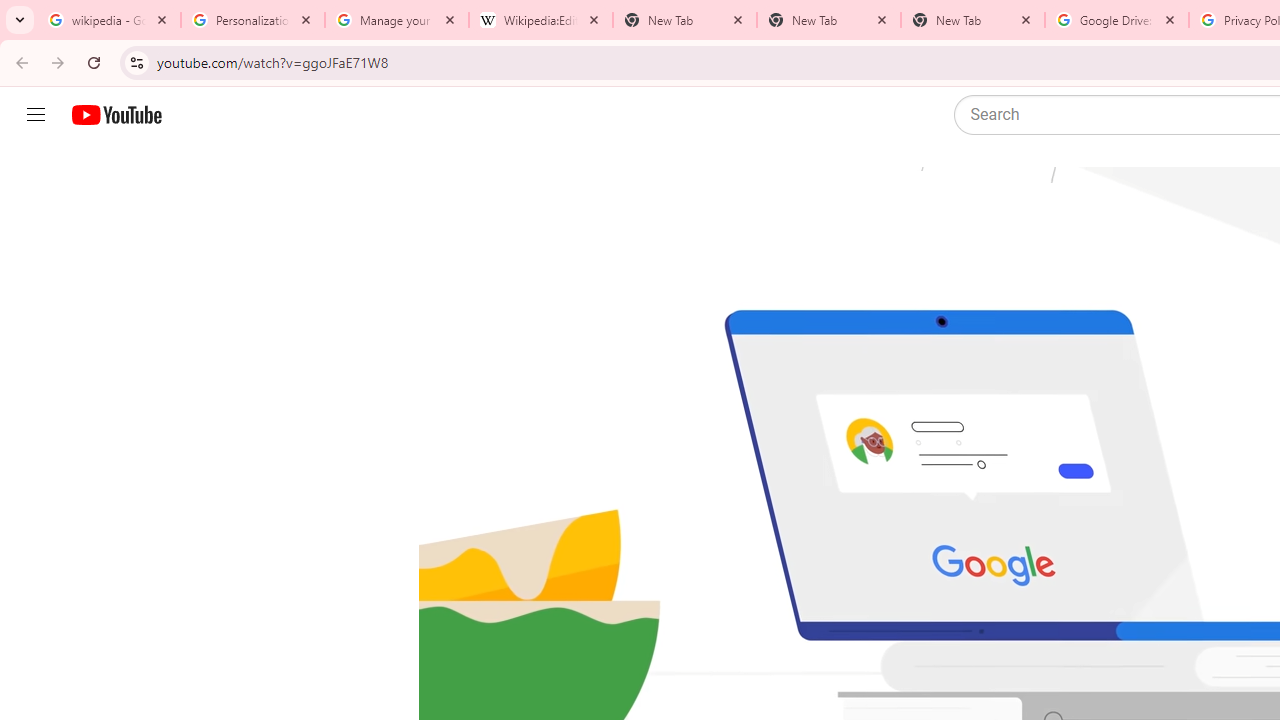  I want to click on 'Personalization & Google Search results - Google Search Help', so click(251, 20).